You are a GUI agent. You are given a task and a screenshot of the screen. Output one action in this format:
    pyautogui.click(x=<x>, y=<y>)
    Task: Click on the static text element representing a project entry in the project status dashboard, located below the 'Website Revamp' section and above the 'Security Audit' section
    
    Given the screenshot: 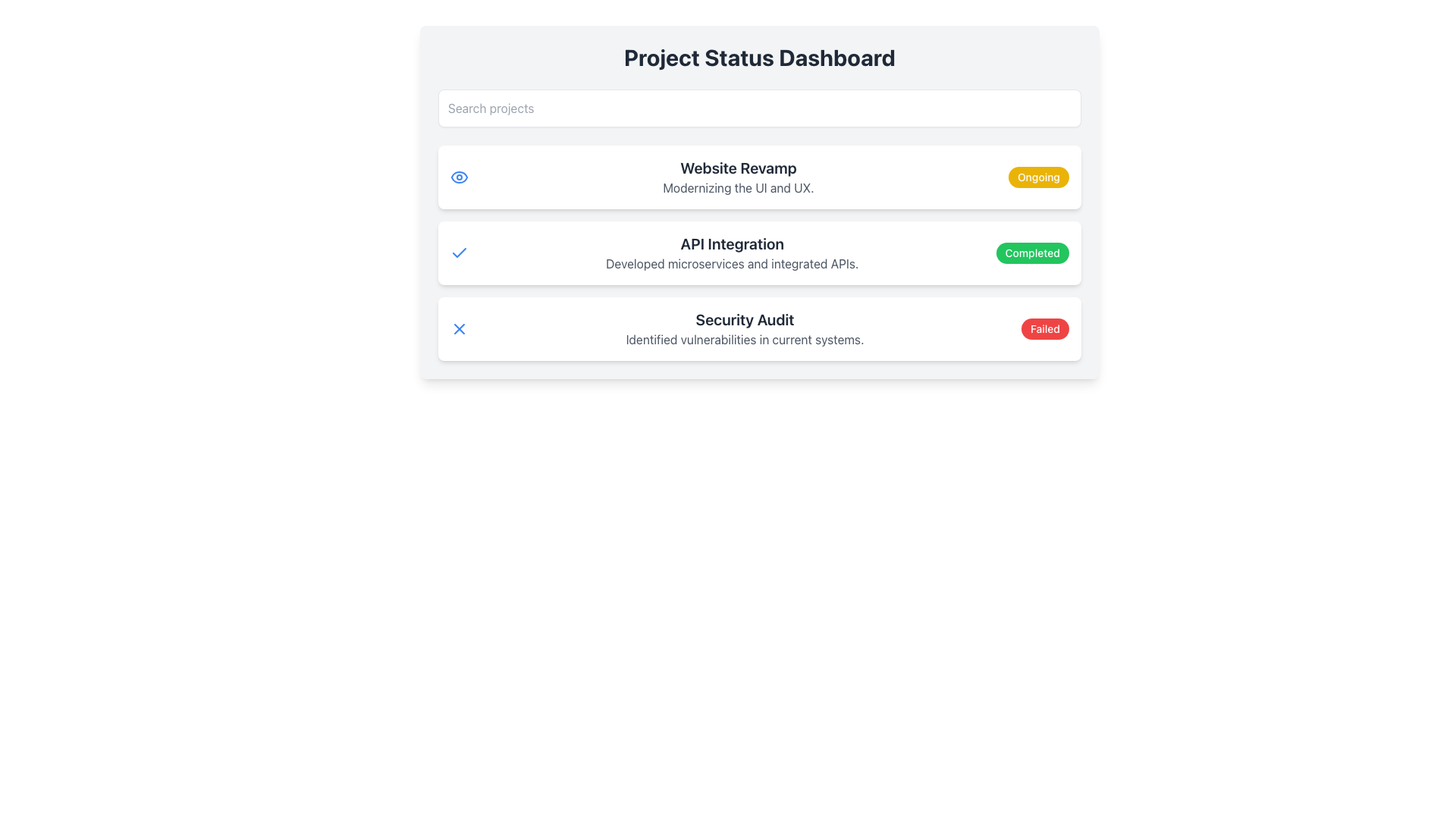 What is the action you would take?
    pyautogui.click(x=732, y=253)
    